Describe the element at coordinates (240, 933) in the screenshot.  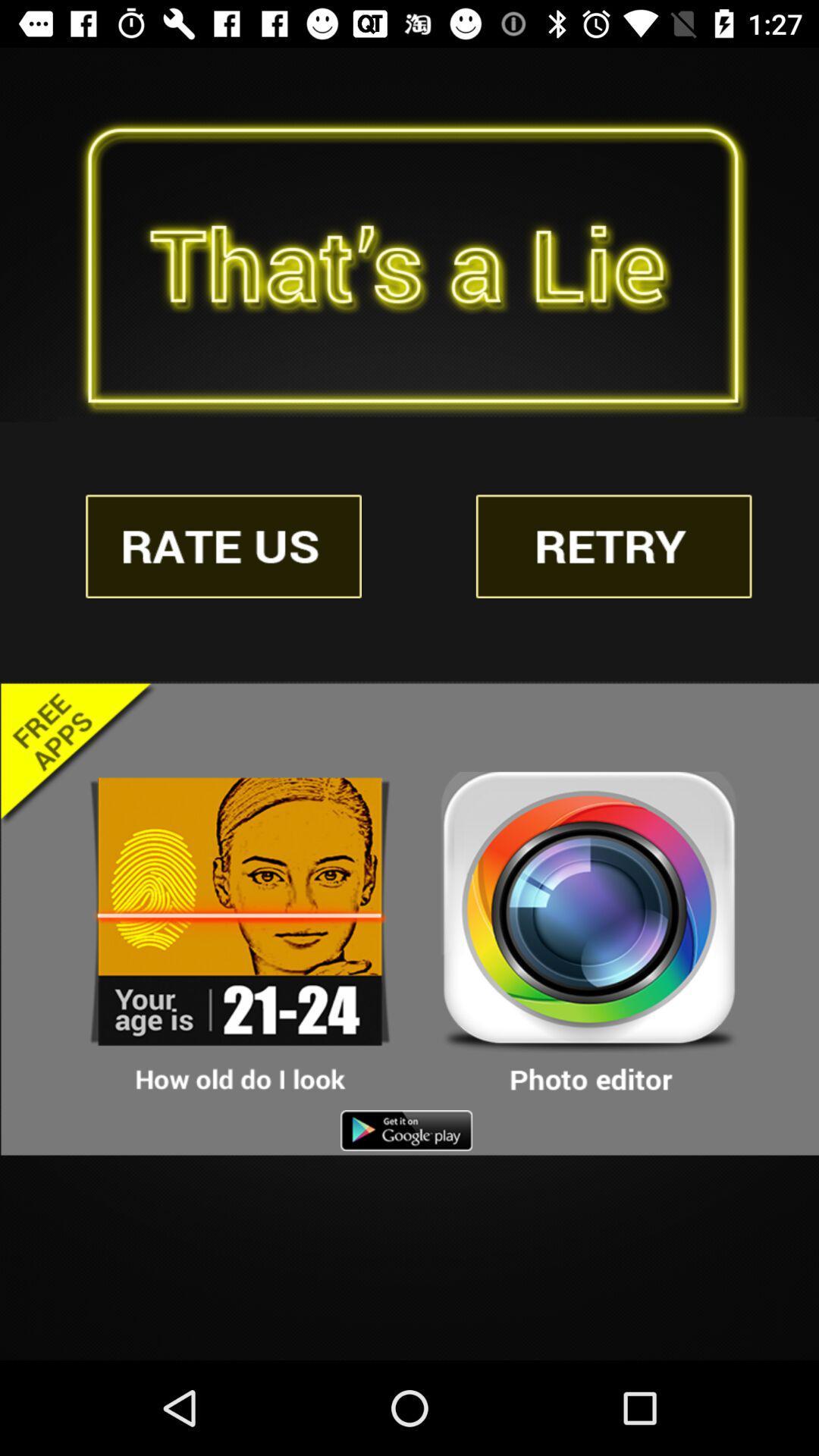
I see `download the 'how old do i look app` at that location.